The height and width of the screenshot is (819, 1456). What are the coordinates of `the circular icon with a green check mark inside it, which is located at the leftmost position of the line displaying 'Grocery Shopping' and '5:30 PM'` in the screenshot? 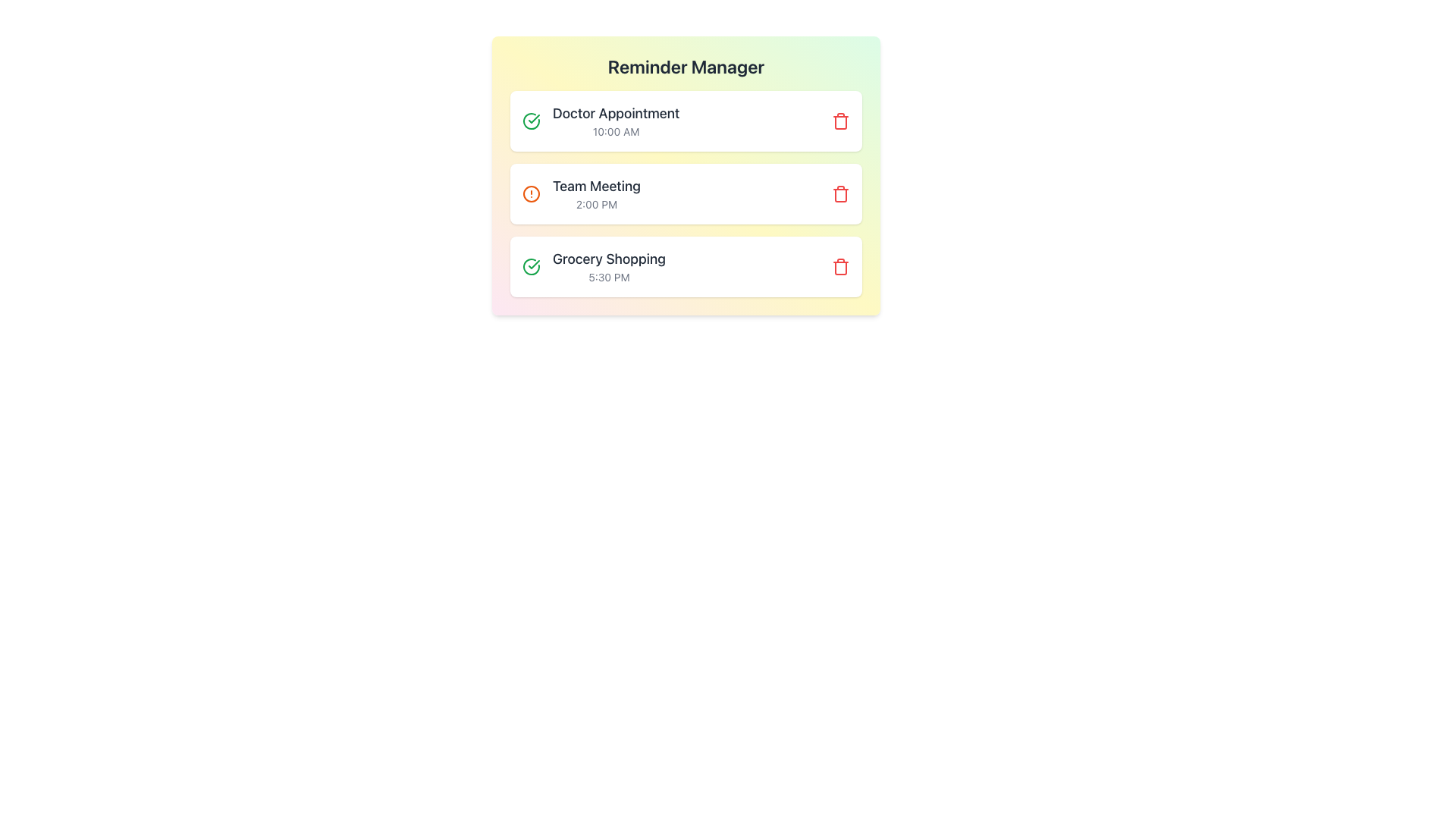 It's located at (531, 265).